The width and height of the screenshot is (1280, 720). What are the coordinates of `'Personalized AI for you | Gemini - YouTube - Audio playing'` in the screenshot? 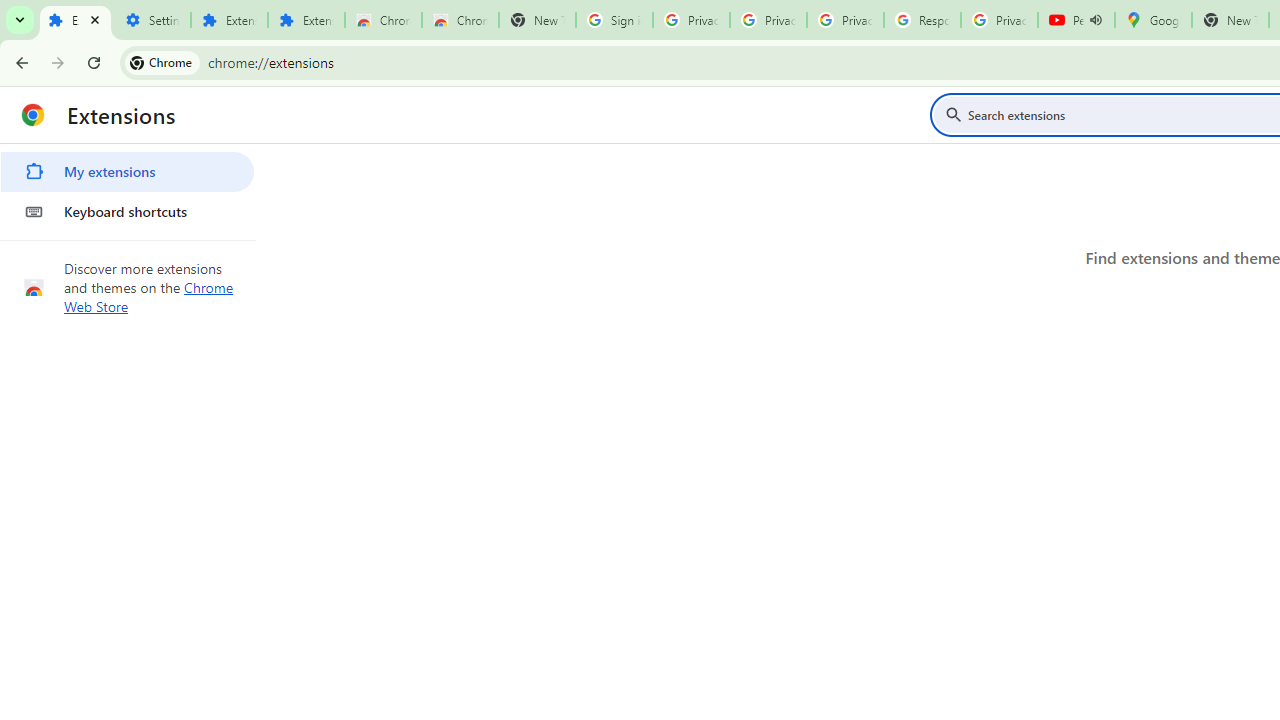 It's located at (1075, 20).